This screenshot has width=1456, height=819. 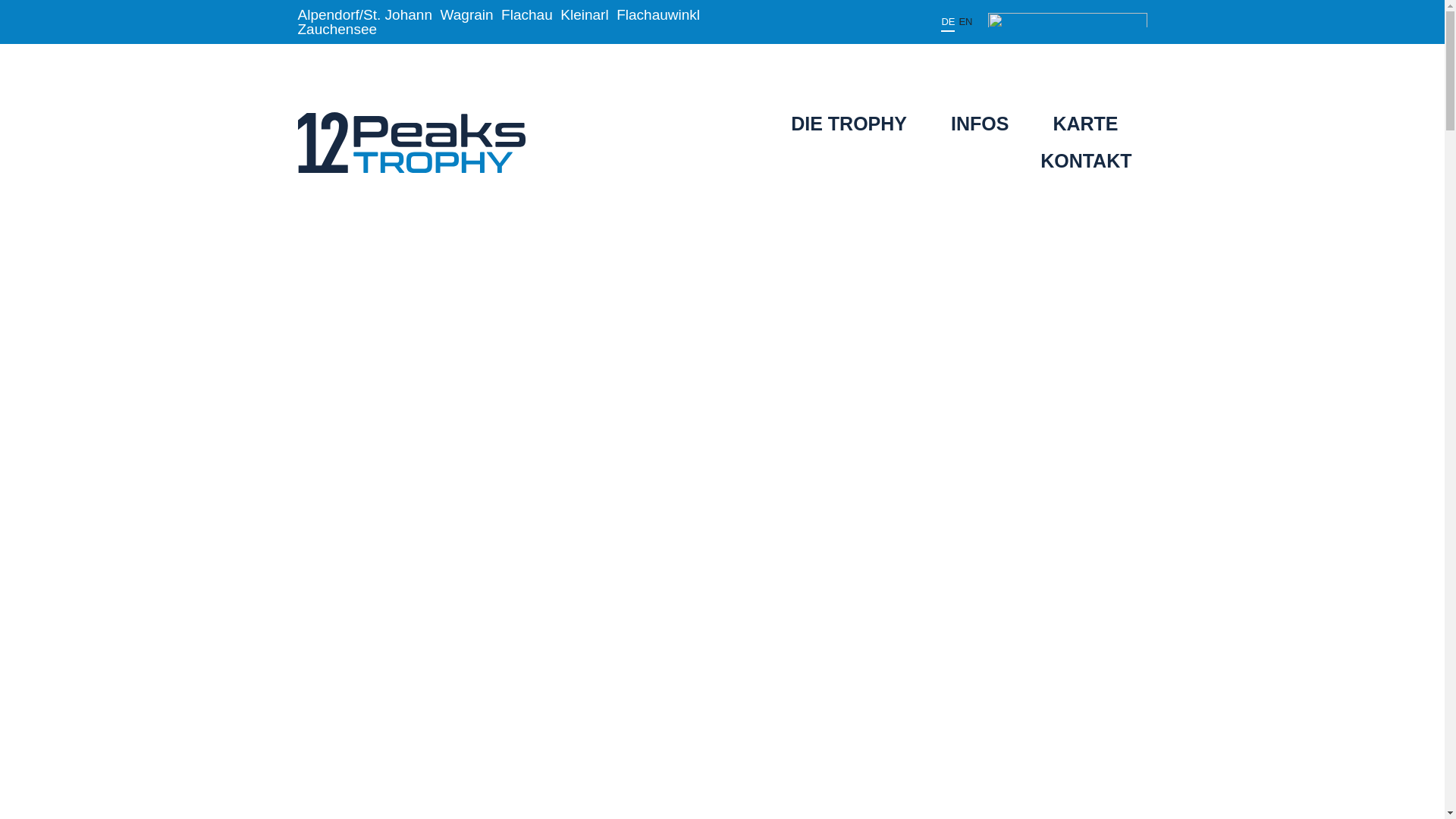 I want to click on 'EN', so click(x=957, y=20).